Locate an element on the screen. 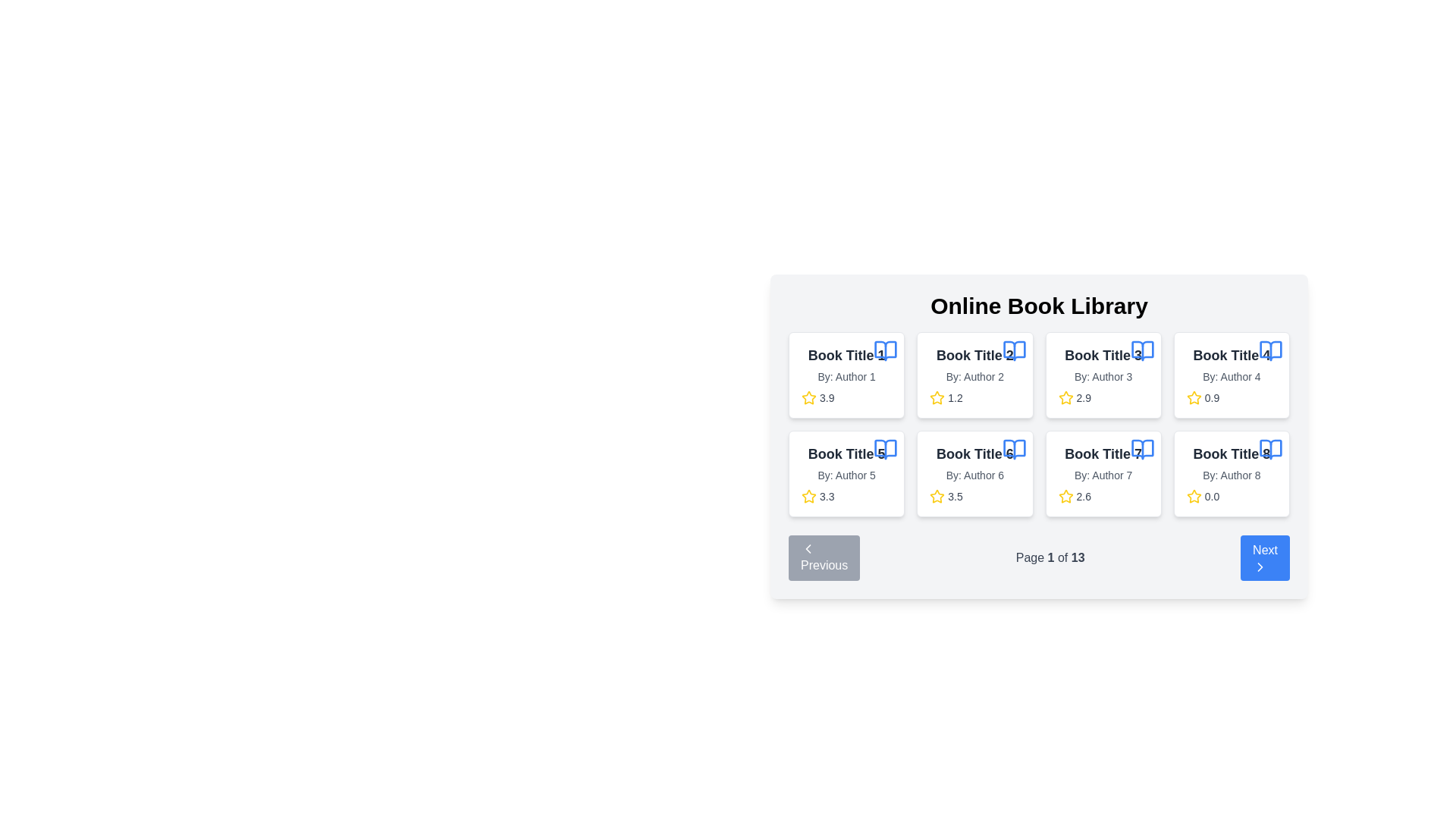  the SVG icon for navigating to the previous set of items, which is centrally aligned within the 'Previous' button at the bottom-left of the paging controls is located at coordinates (807, 549).